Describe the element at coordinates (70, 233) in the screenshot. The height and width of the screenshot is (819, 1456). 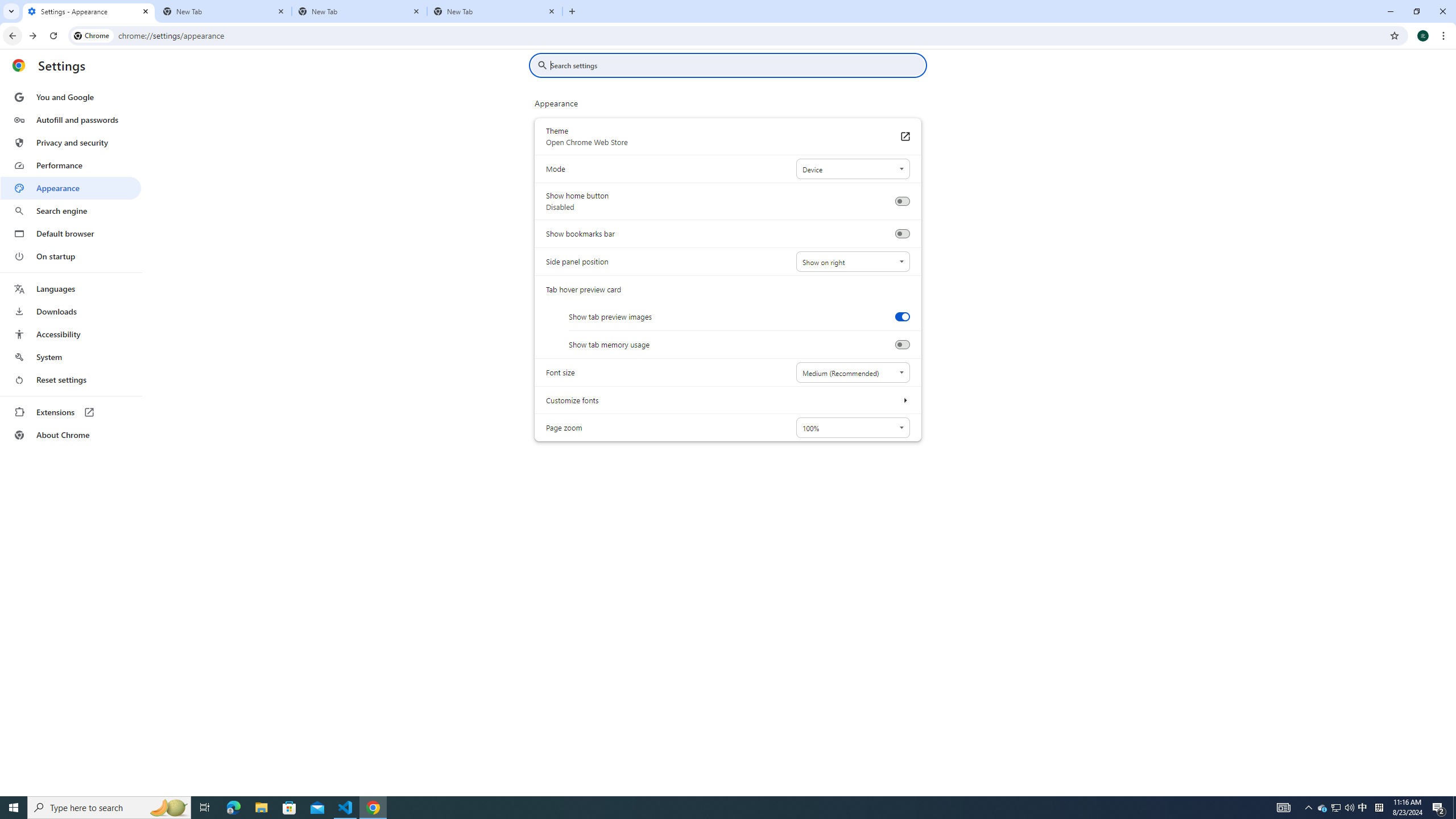
I see `'Default browser'` at that location.